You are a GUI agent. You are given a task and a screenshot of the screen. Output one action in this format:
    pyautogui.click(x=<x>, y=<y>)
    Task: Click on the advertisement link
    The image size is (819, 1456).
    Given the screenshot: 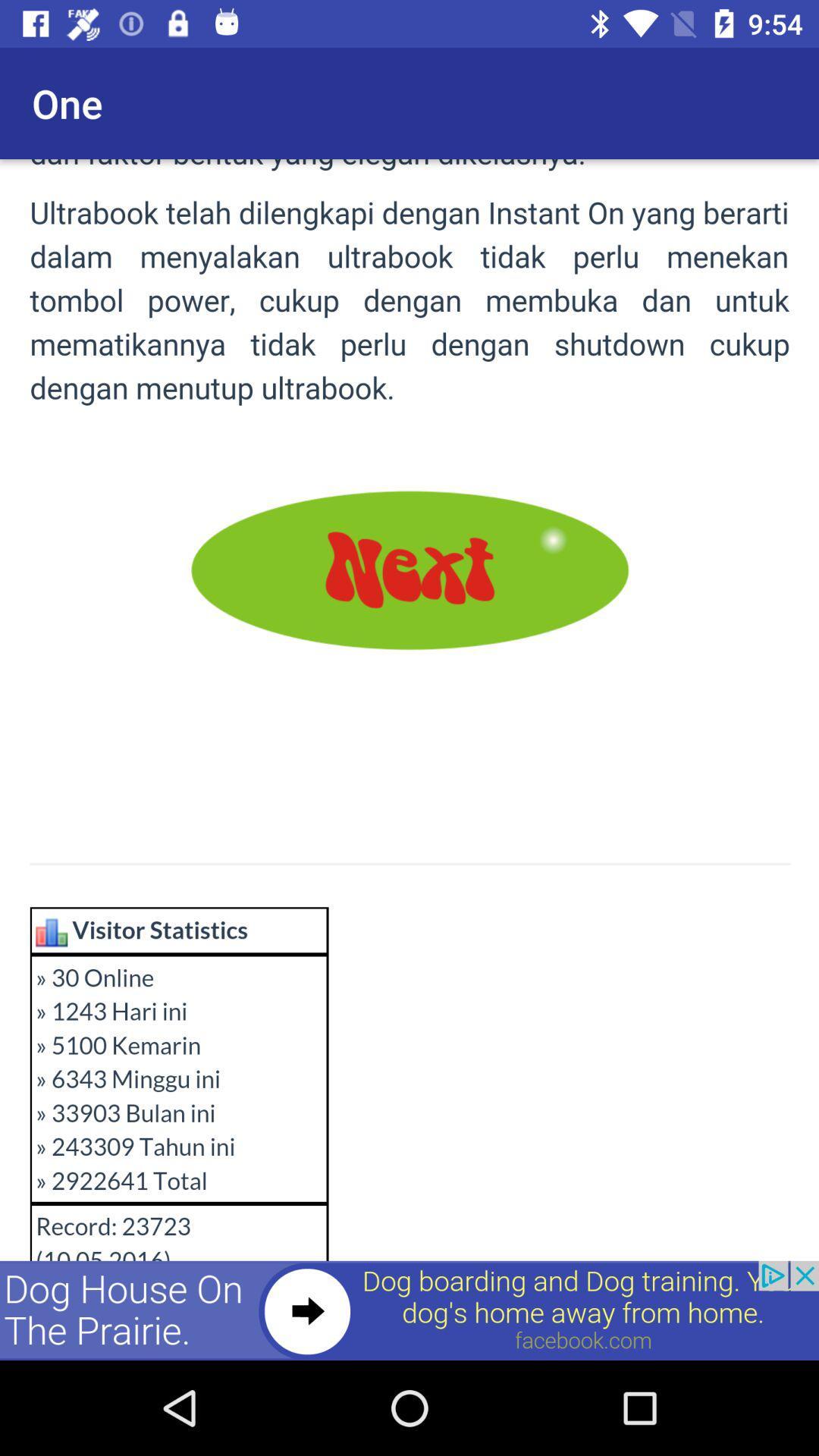 What is the action you would take?
    pyautogui.click(x=409, y=1310)
    